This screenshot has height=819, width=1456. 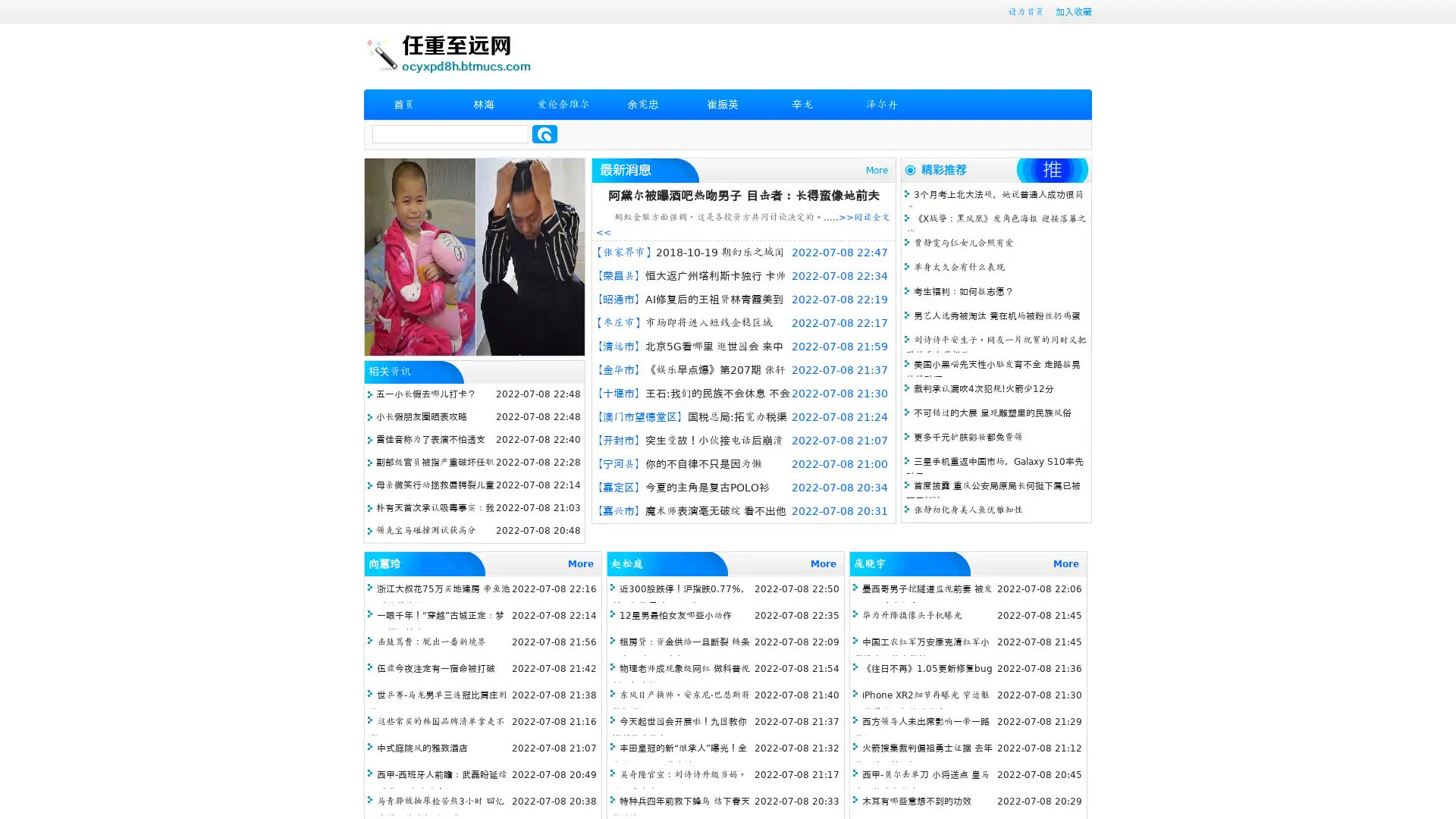 What do you see at coordinates (544, 133) in the screenshot?
I see `Search` at bounding box center [544, 133].